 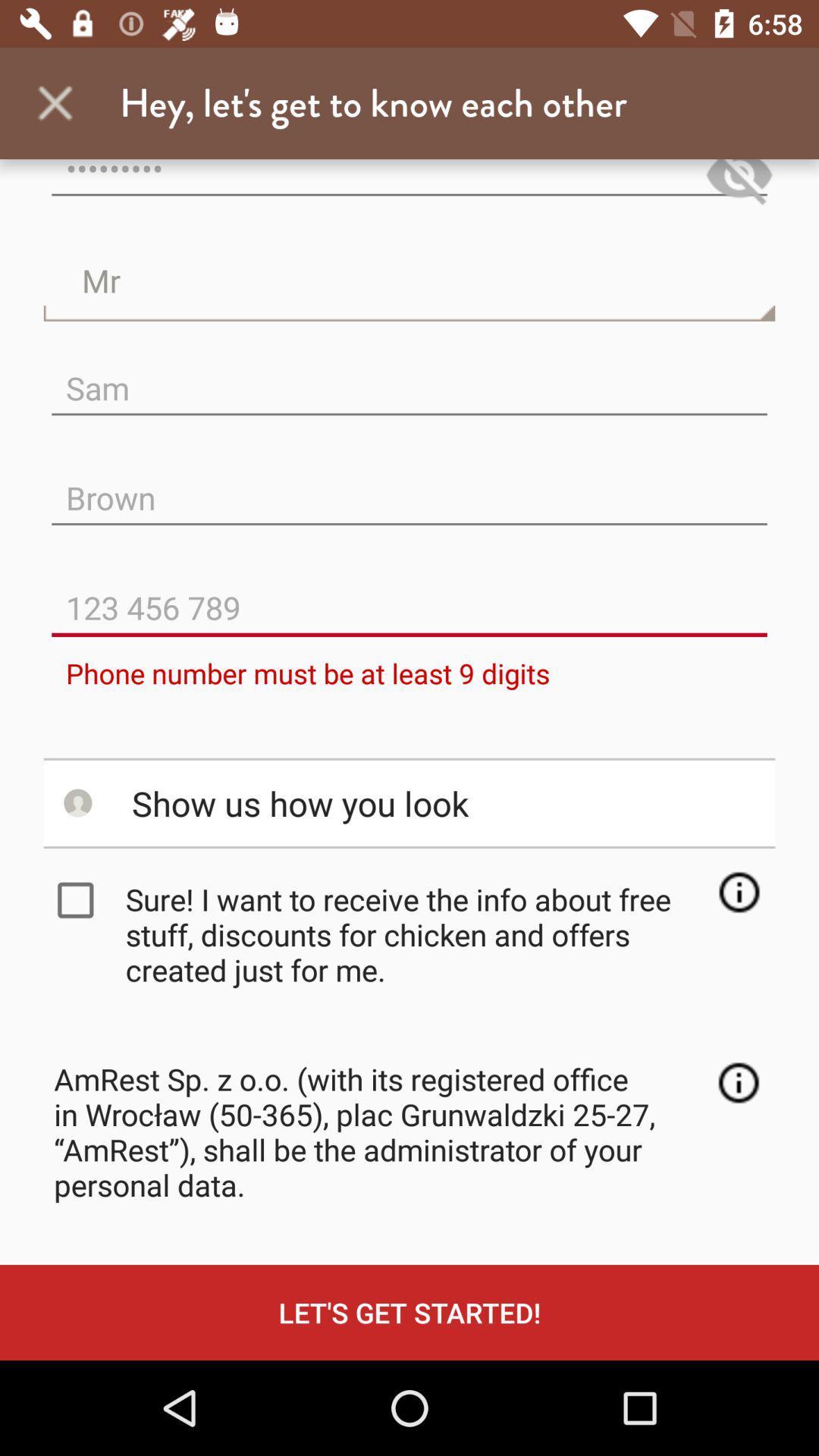 I want to click on more info, so click(x=738, y=892).